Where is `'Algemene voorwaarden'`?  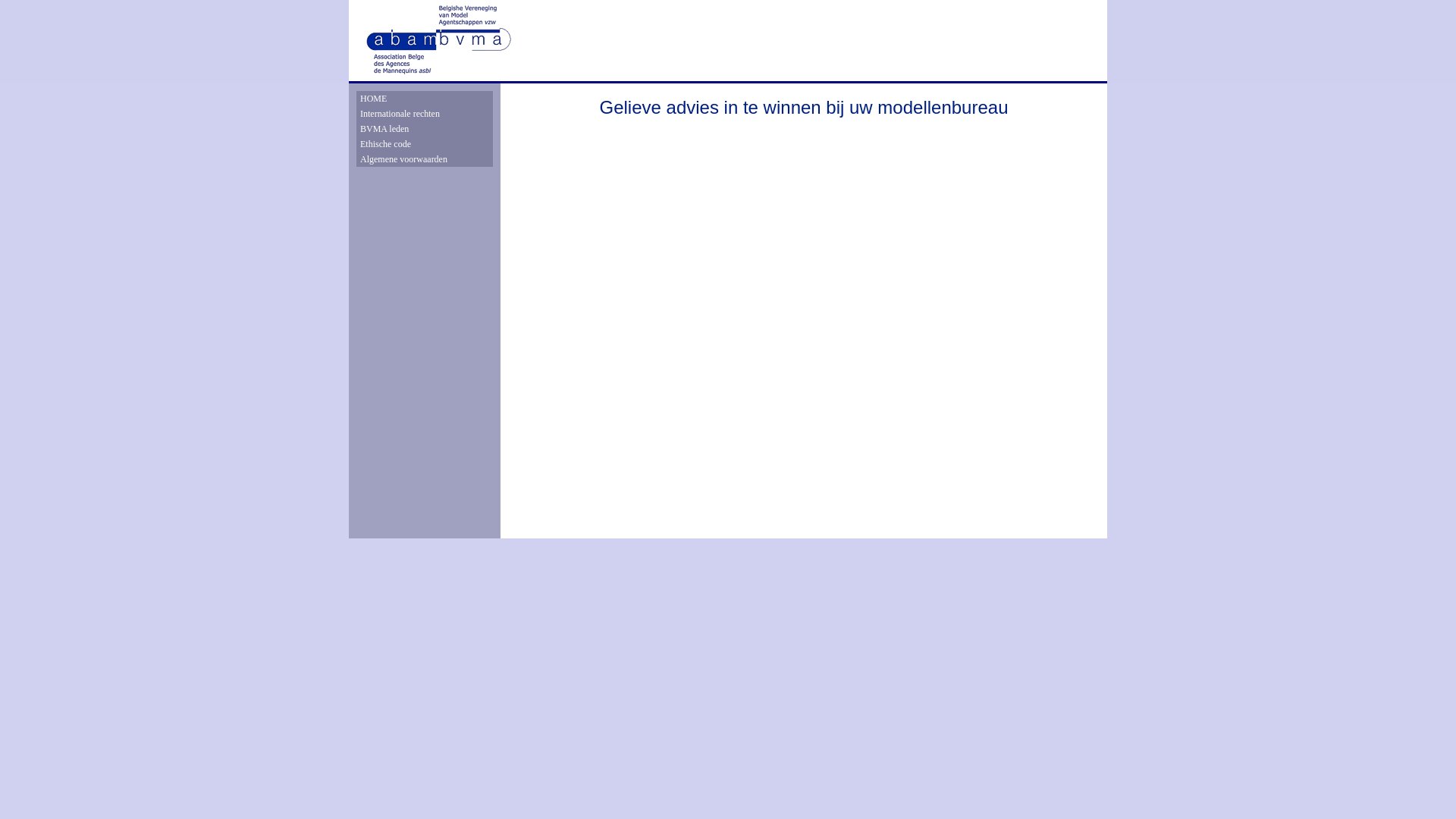 'Algemene voorwaarden' is located at coordinates (425, 158).